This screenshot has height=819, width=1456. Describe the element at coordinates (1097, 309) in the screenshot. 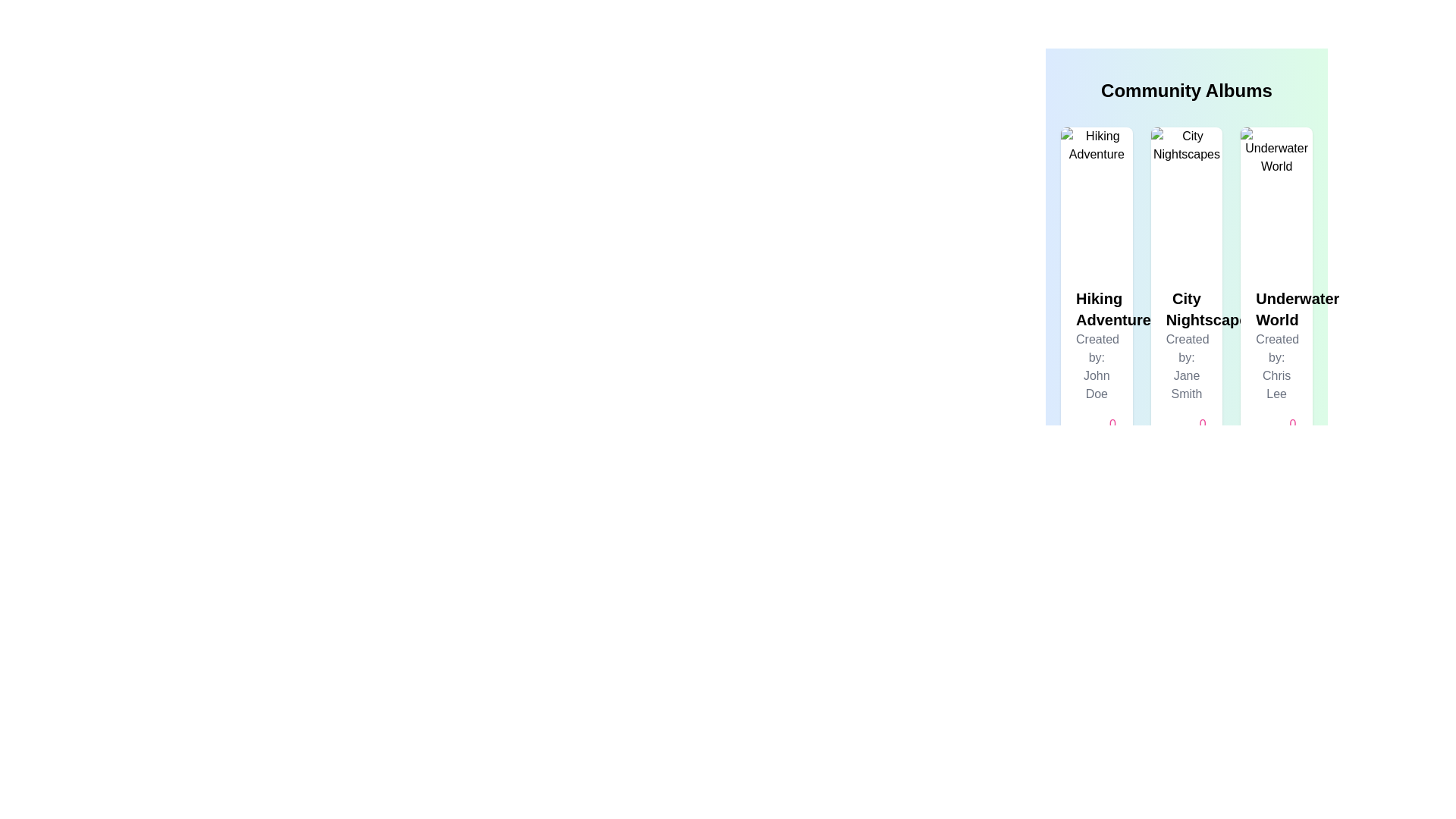

I see `the text label 'Hiking Adventure', which is styled with a larger font size and bold weight, located in the first column of the grid layout under 'Community Albums'` at that location.